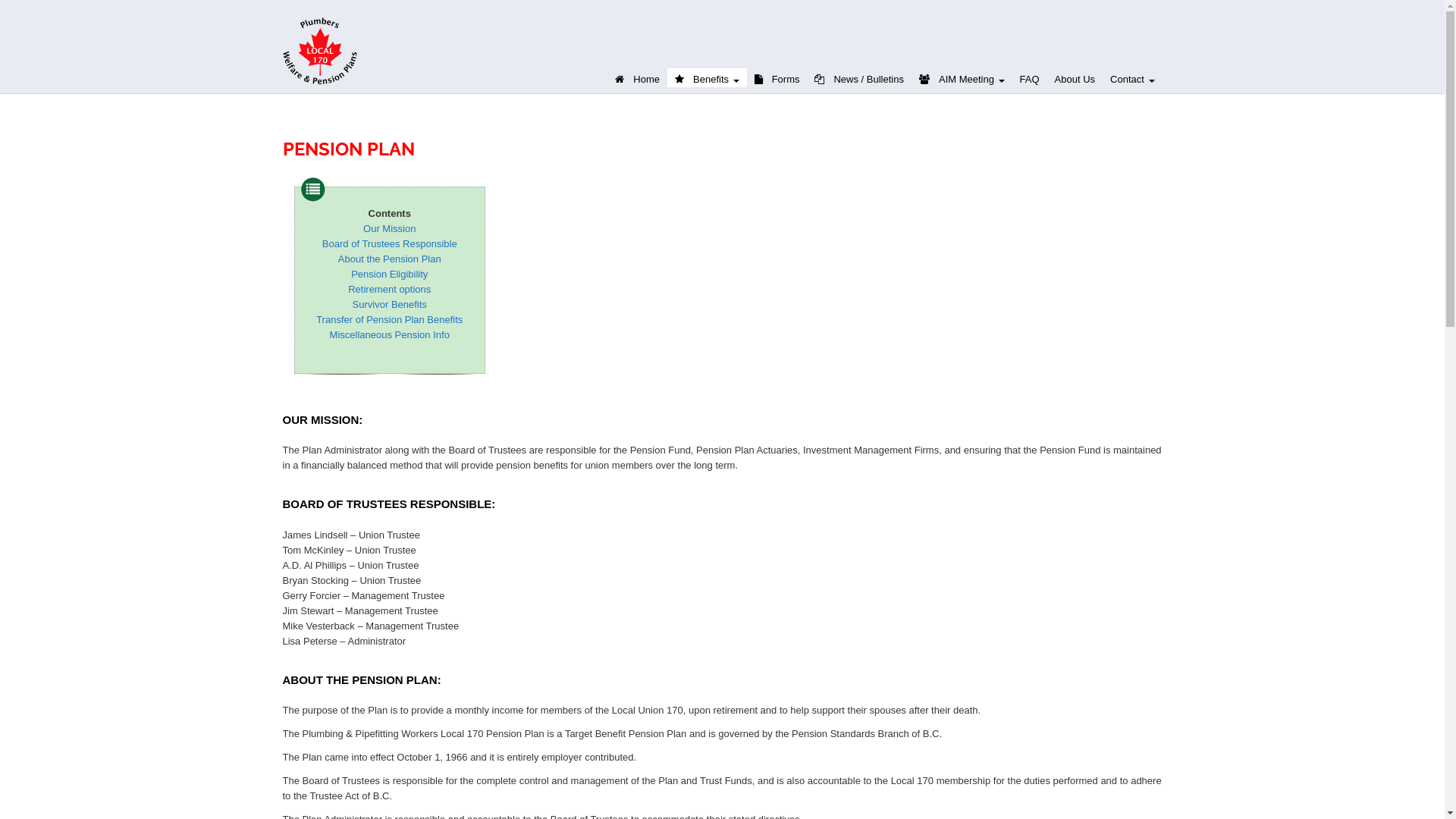  What do you see at coordinates (389, 258) in the screenshot?
I see `'About the Pension Plan'` at bounding box center [389, 258].